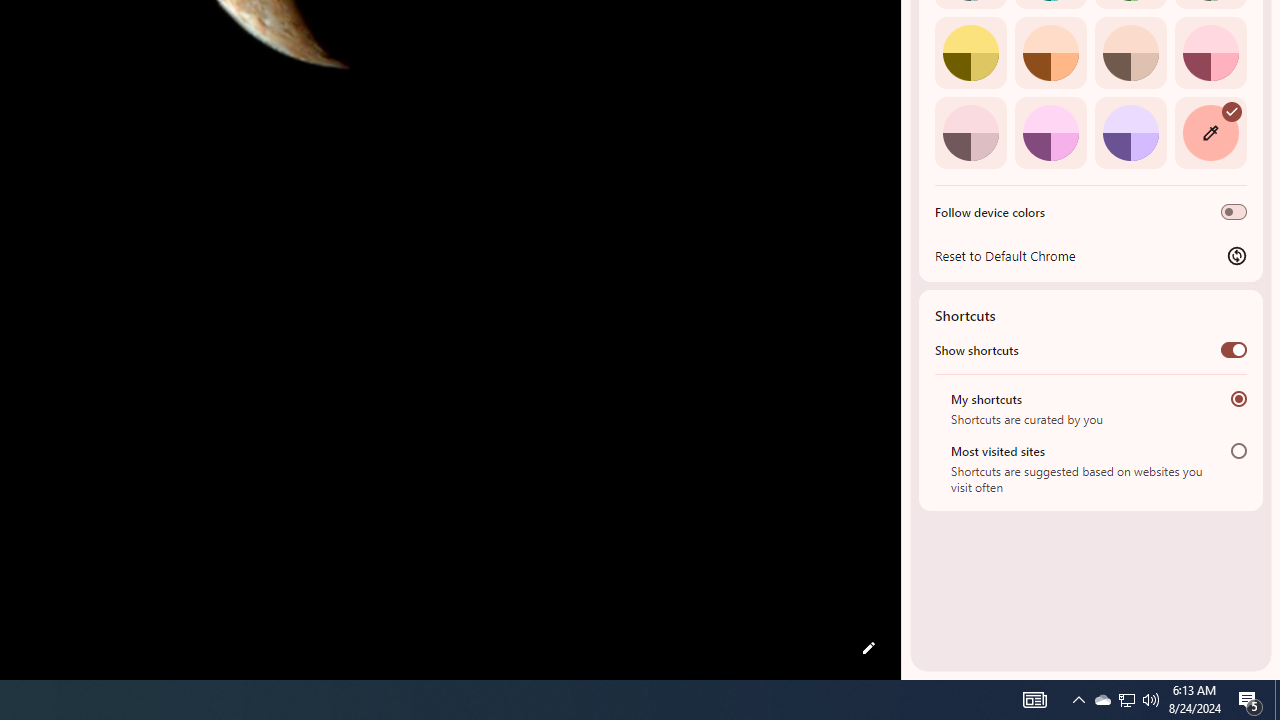 The width and height of the screenshot is (1280, 720). What do you see at coordinates (1238, 450) in the screenshot?
I see `'Most visited sites'` at bounding box center [1238, 450].